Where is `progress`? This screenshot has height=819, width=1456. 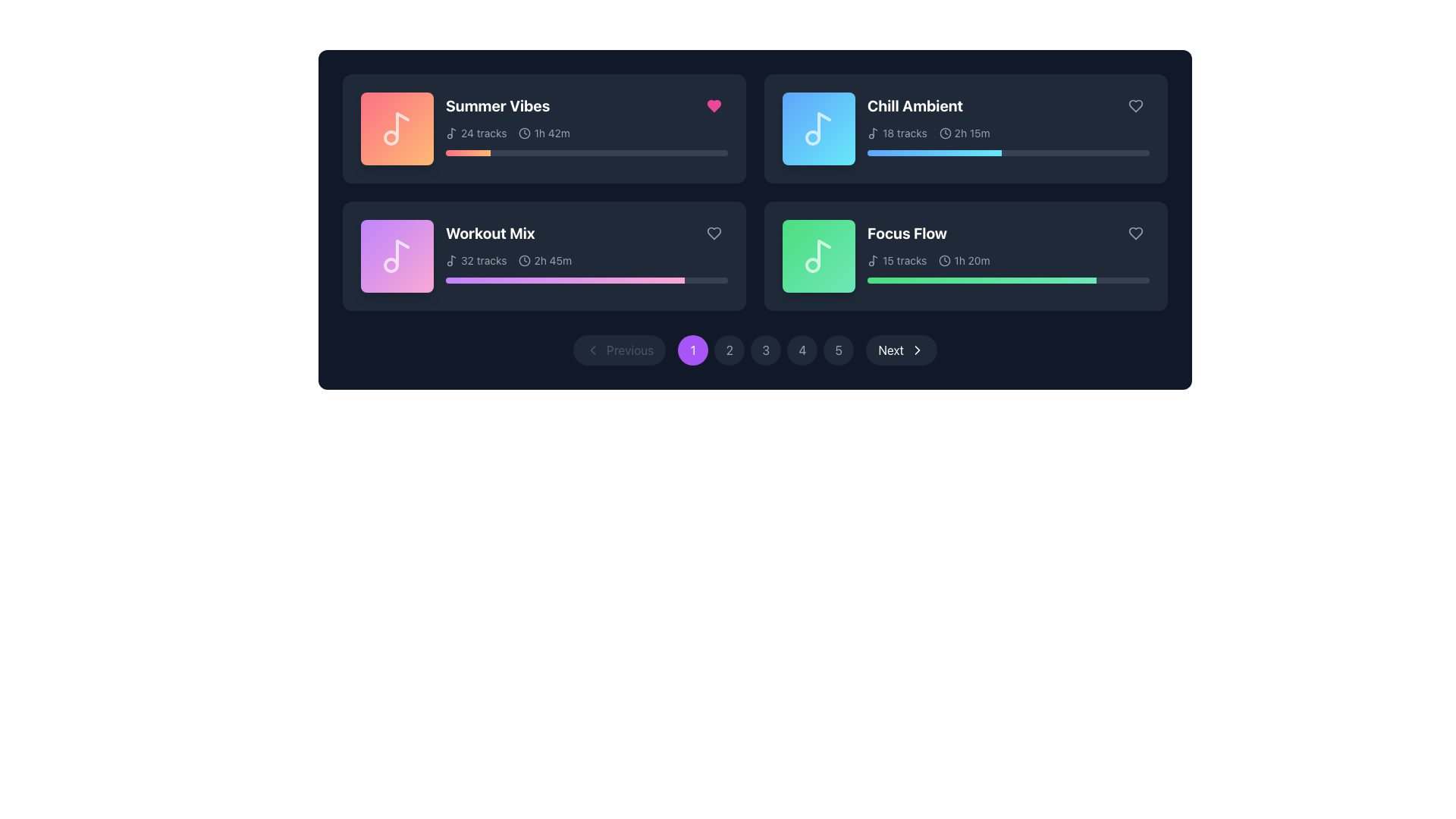
progress is located at coordinates (538, 281).